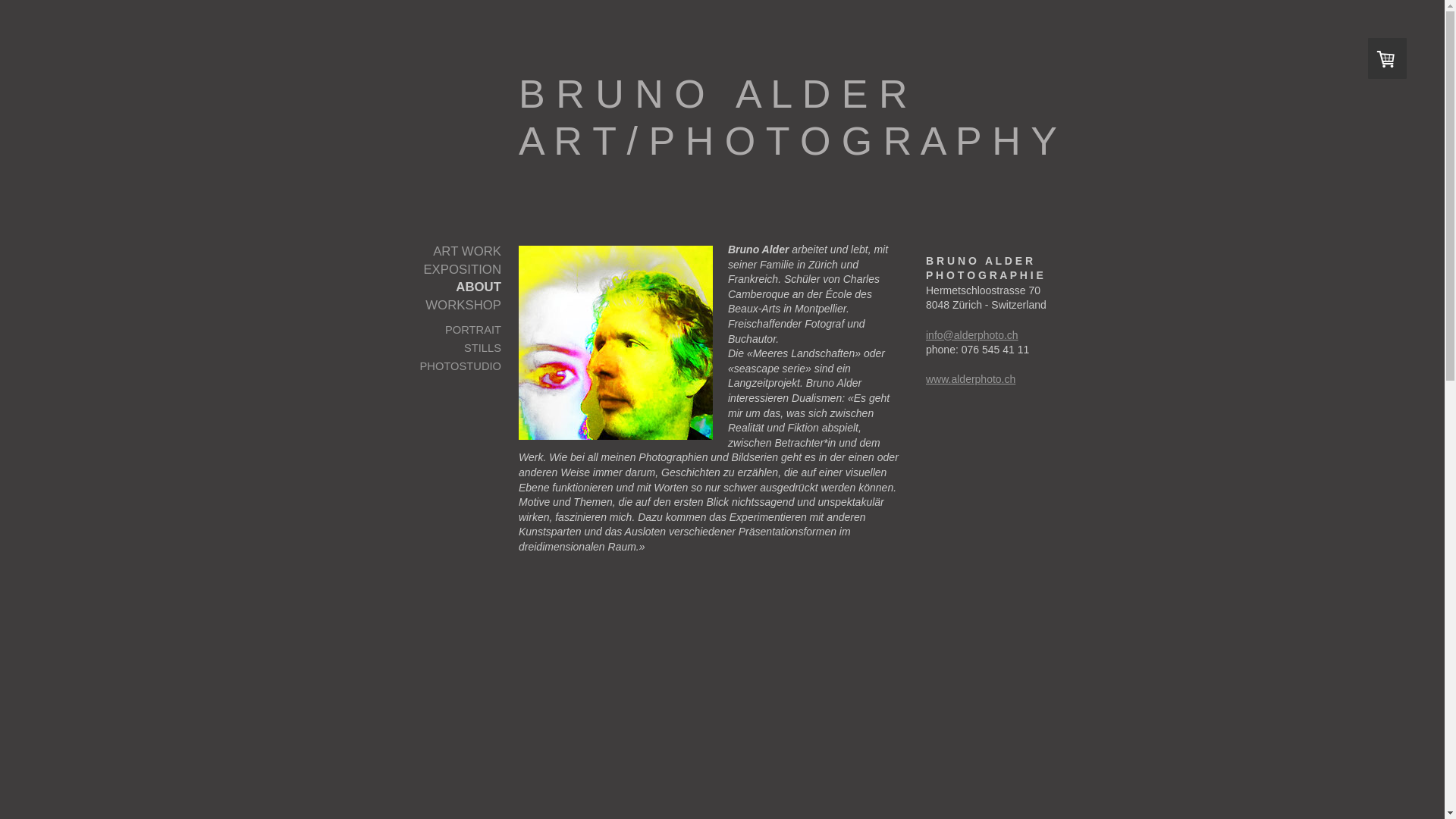 Image resolution: width=1456 pixels, height=819 pixels. I want to click on 'EXPOSITION', so click(435, 268).